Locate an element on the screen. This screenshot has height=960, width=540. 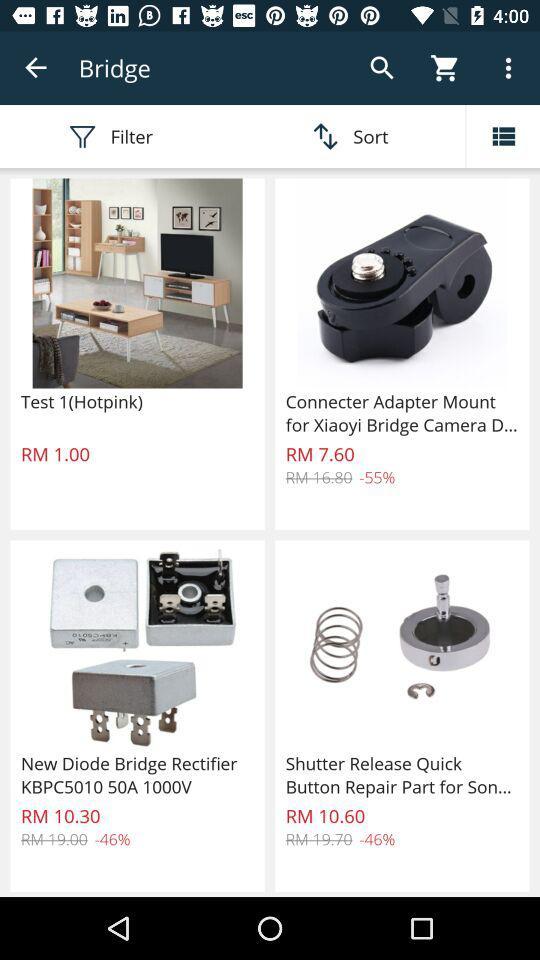
item above filter is located at coordinates (36, 68).